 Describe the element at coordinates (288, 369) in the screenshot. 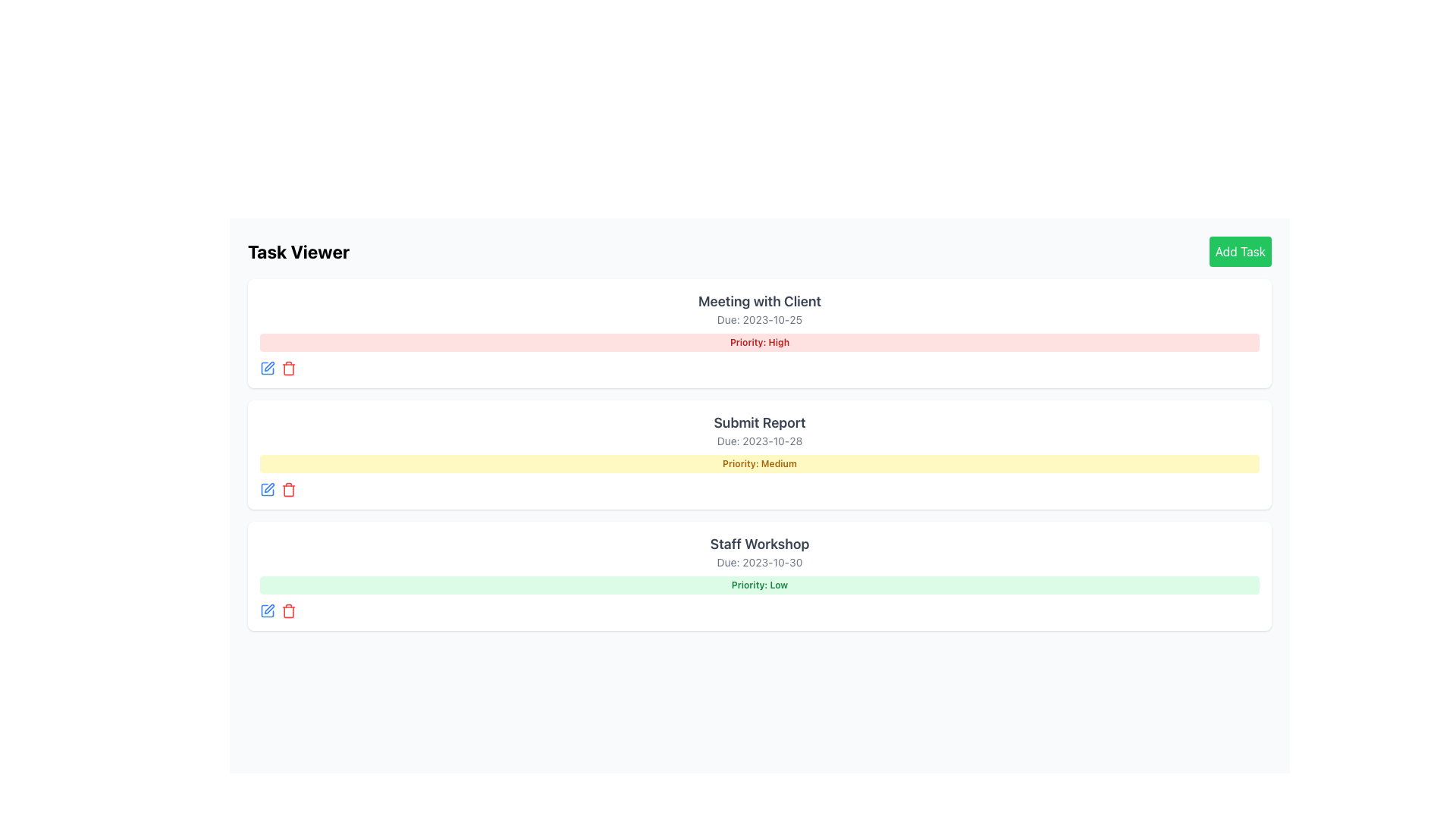

I see `the red trash bin icon button` at that location.